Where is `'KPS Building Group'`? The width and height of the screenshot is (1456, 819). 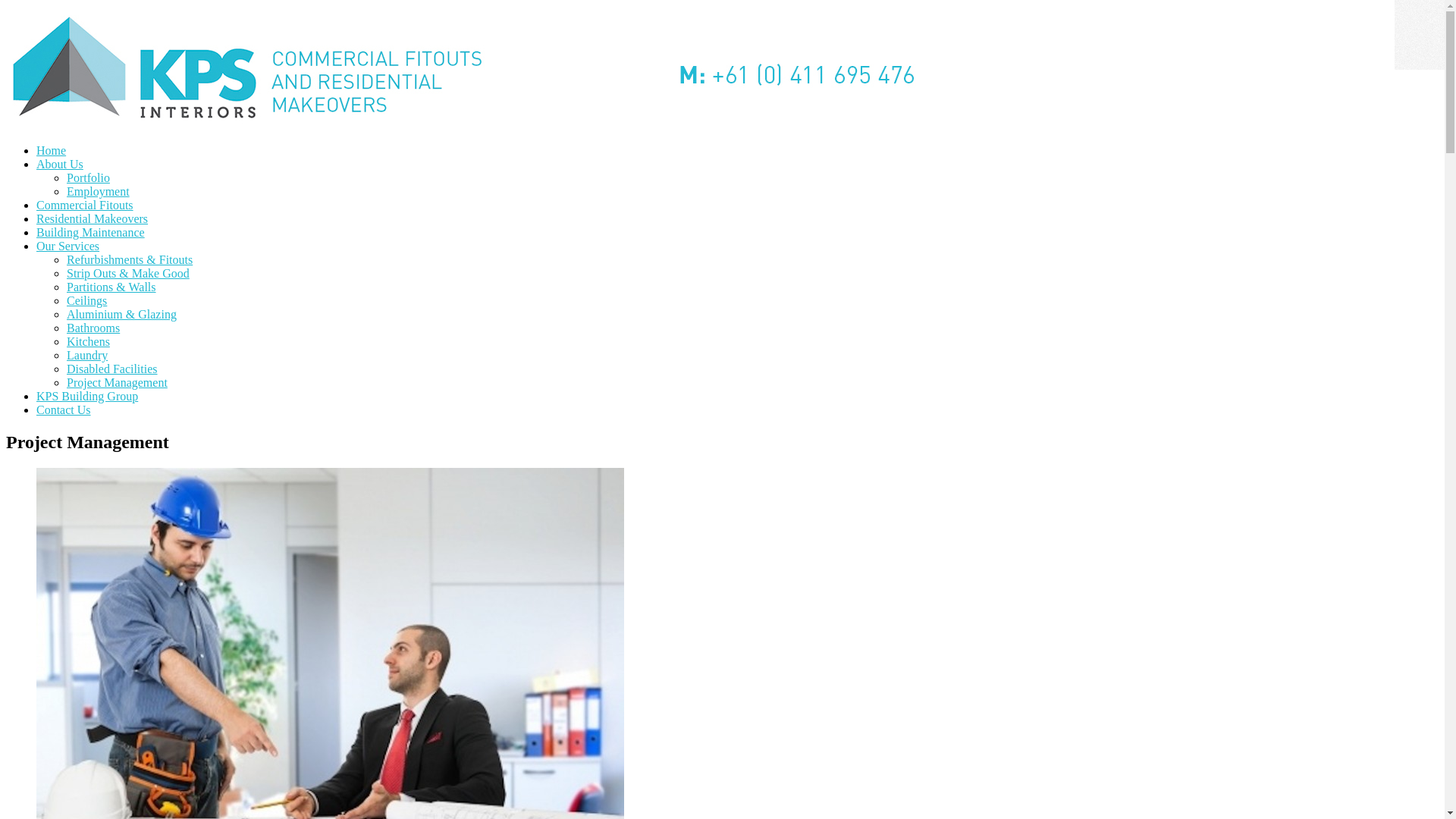
'KPS Building Group' is located at coordinates (86, 395).